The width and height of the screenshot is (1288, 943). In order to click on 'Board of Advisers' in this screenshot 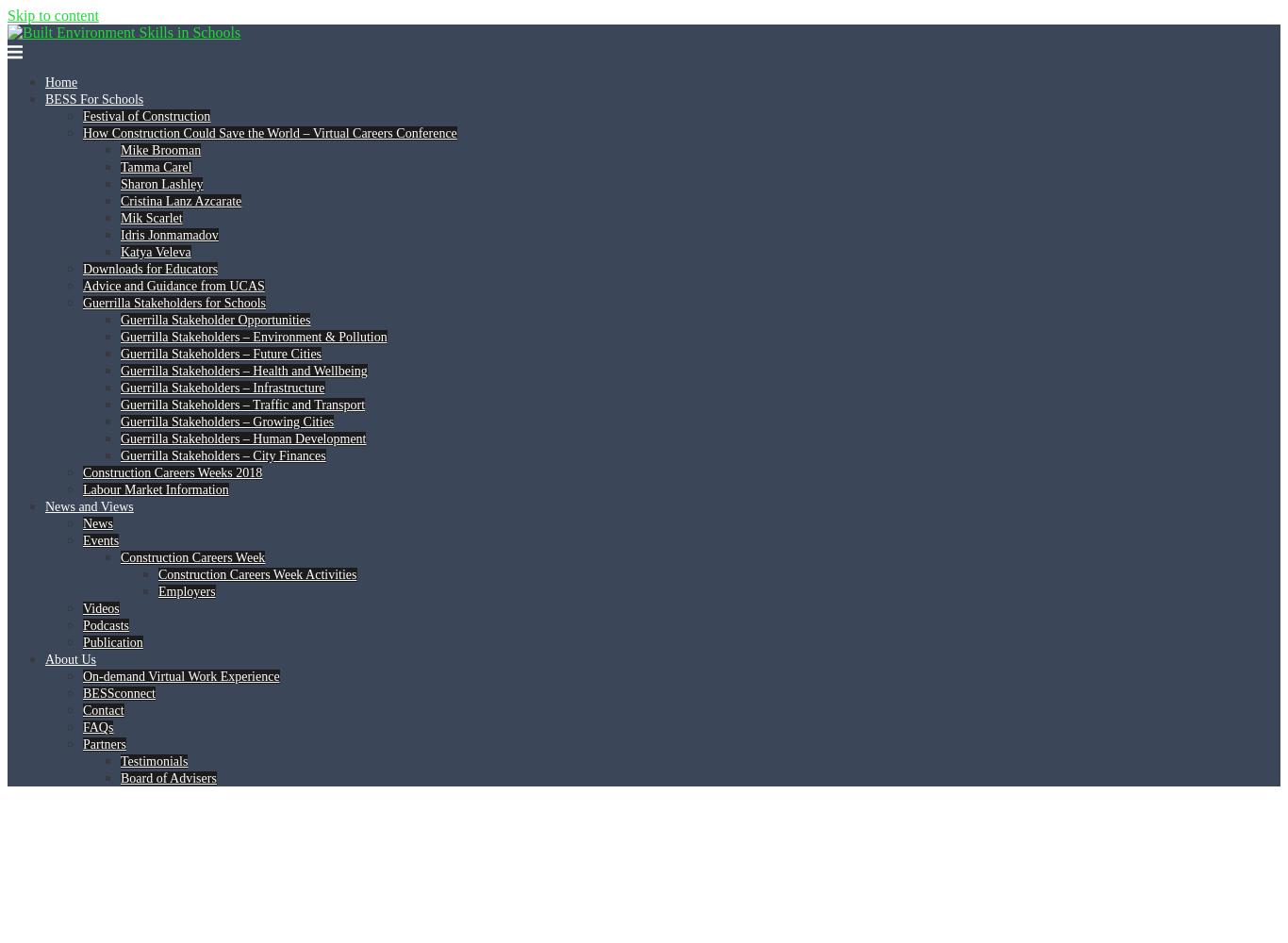, I will do `click(167, 777)`.